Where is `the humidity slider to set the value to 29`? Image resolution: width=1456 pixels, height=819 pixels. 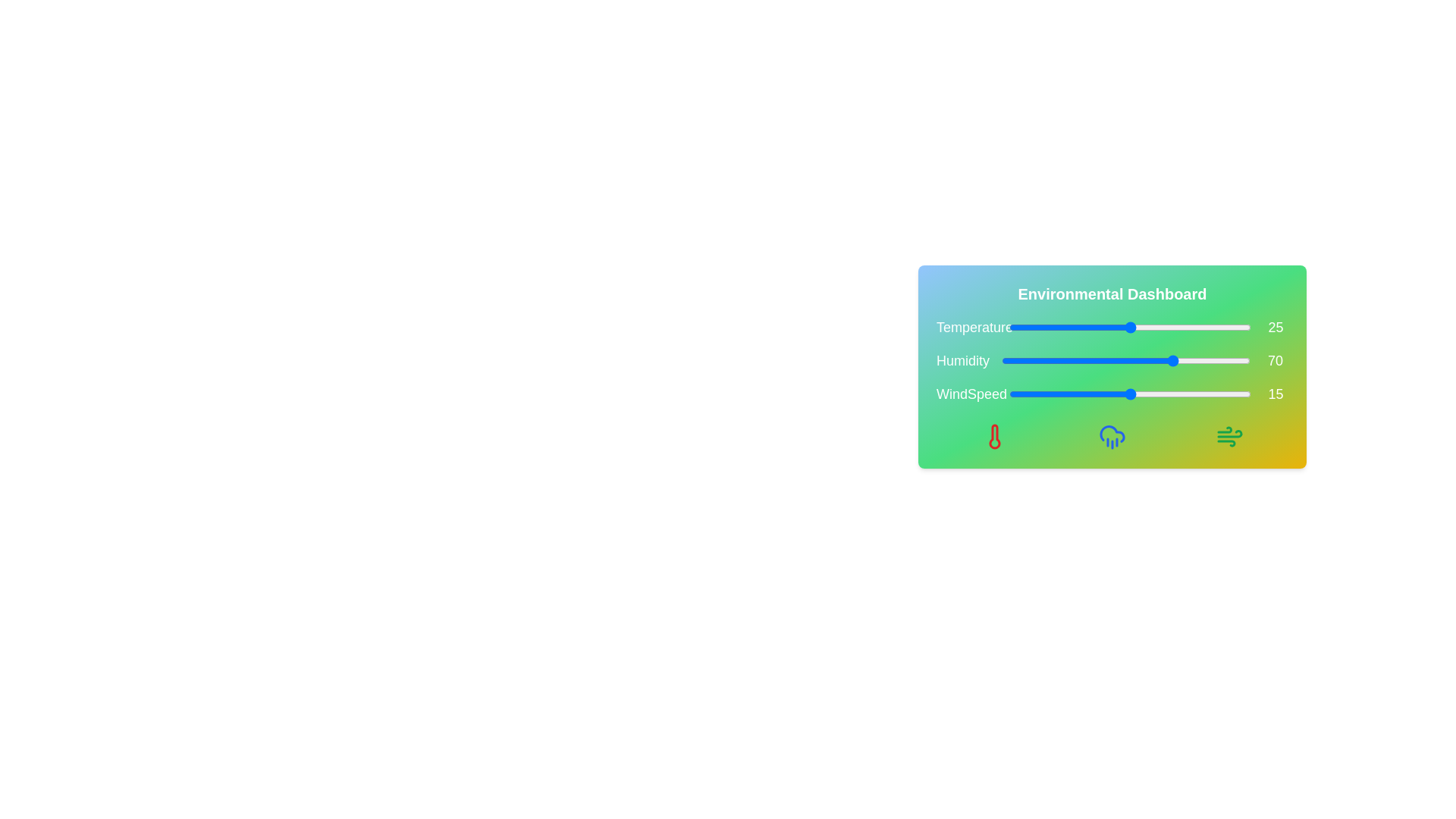
the humidity slider to set the value to 29 is located at coordinates (1073, 360).